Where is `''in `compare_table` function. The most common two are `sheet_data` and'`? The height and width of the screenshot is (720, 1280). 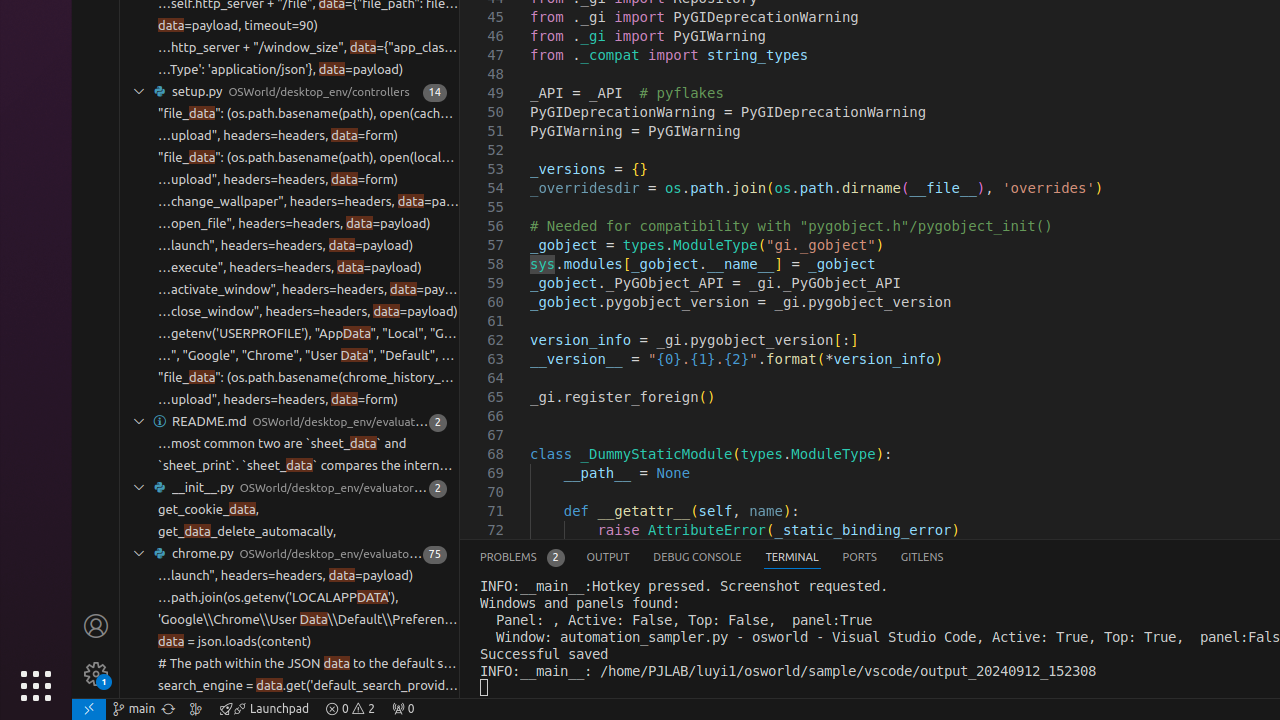
''in `compare_table` function. The most common two are `sheet_data` and' is located at coordinates (288, 442).